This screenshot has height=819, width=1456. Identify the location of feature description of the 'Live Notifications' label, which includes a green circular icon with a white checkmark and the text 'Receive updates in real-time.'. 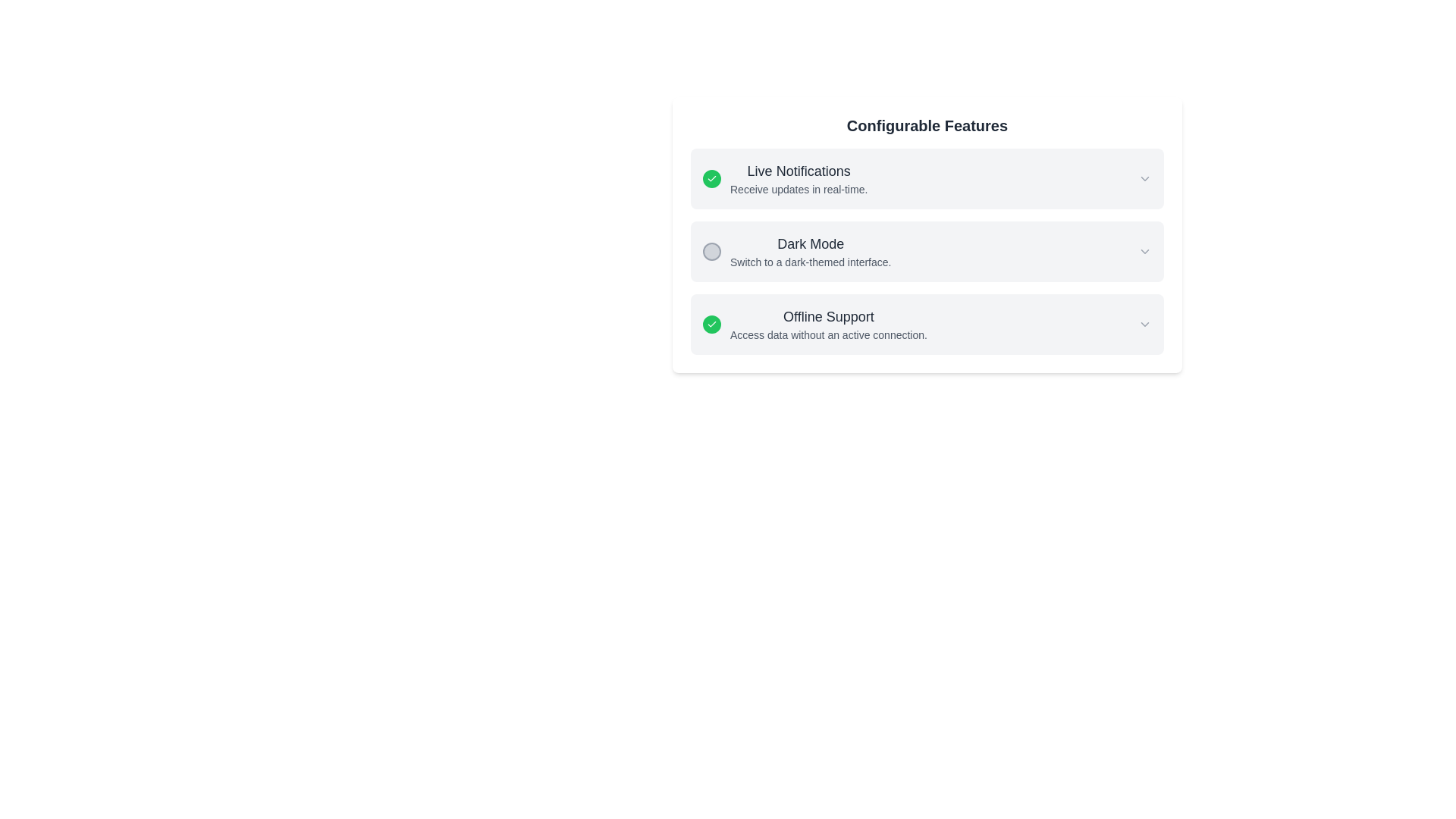
(785, 177).